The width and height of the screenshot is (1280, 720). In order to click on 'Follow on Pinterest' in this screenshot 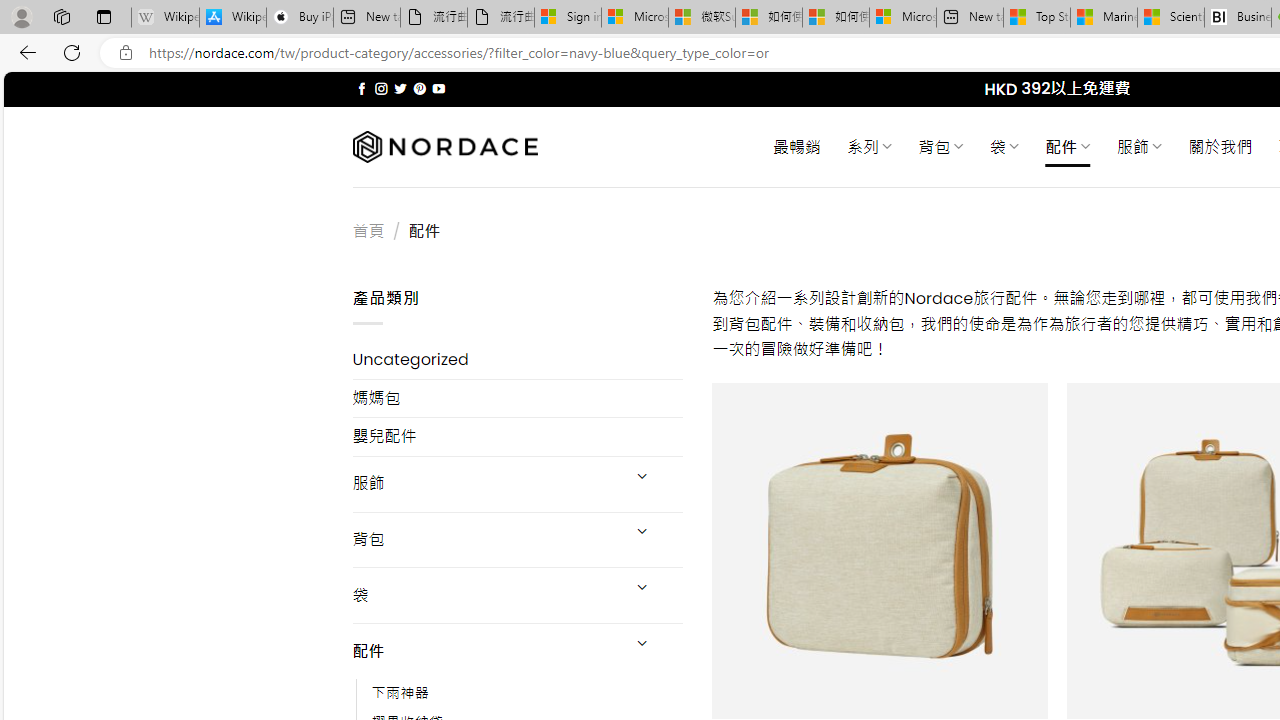, I will do `click(418, 88)`.